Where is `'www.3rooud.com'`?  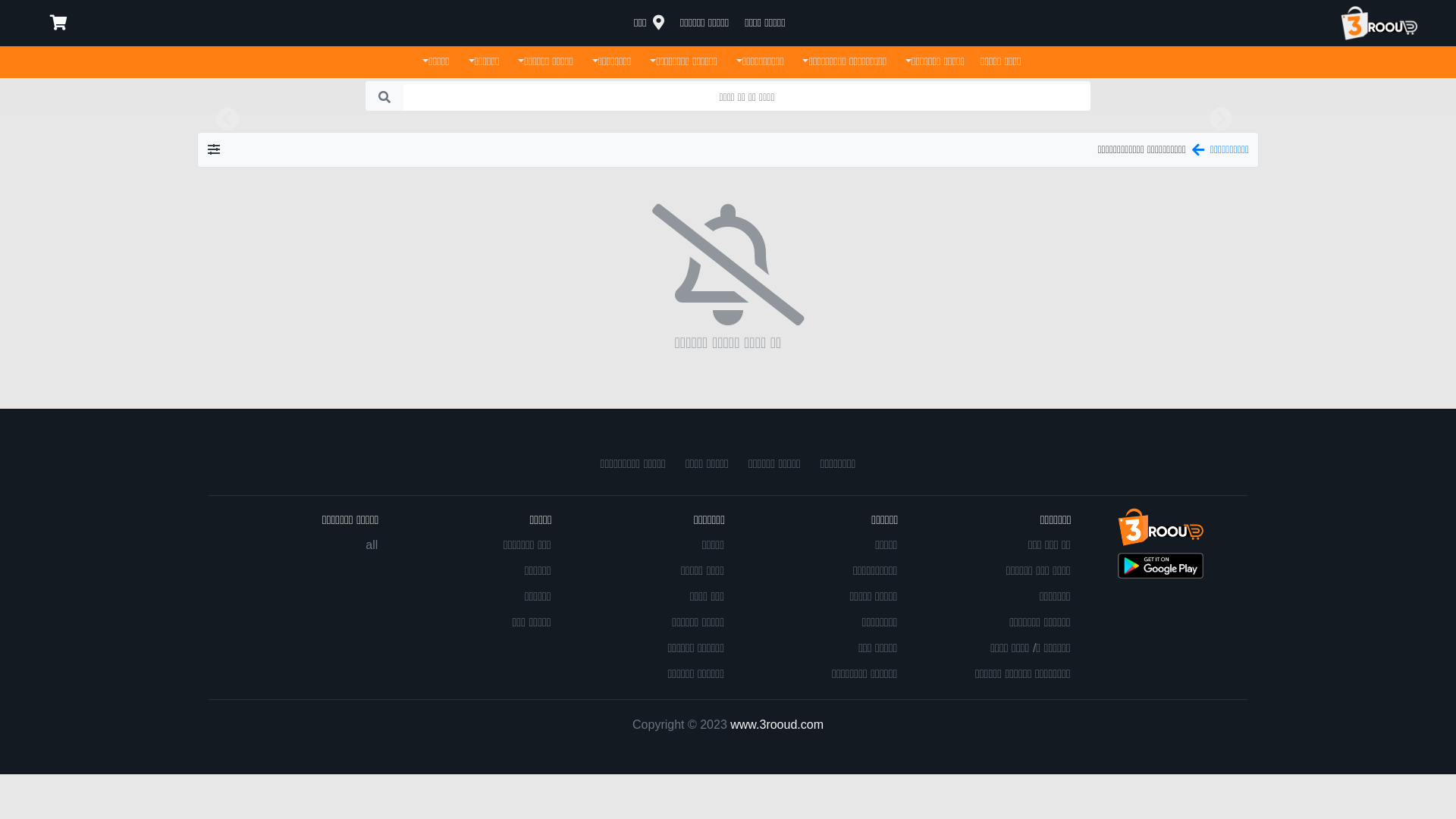
'www.3rooud.com' is located at coordinates (730, 723).